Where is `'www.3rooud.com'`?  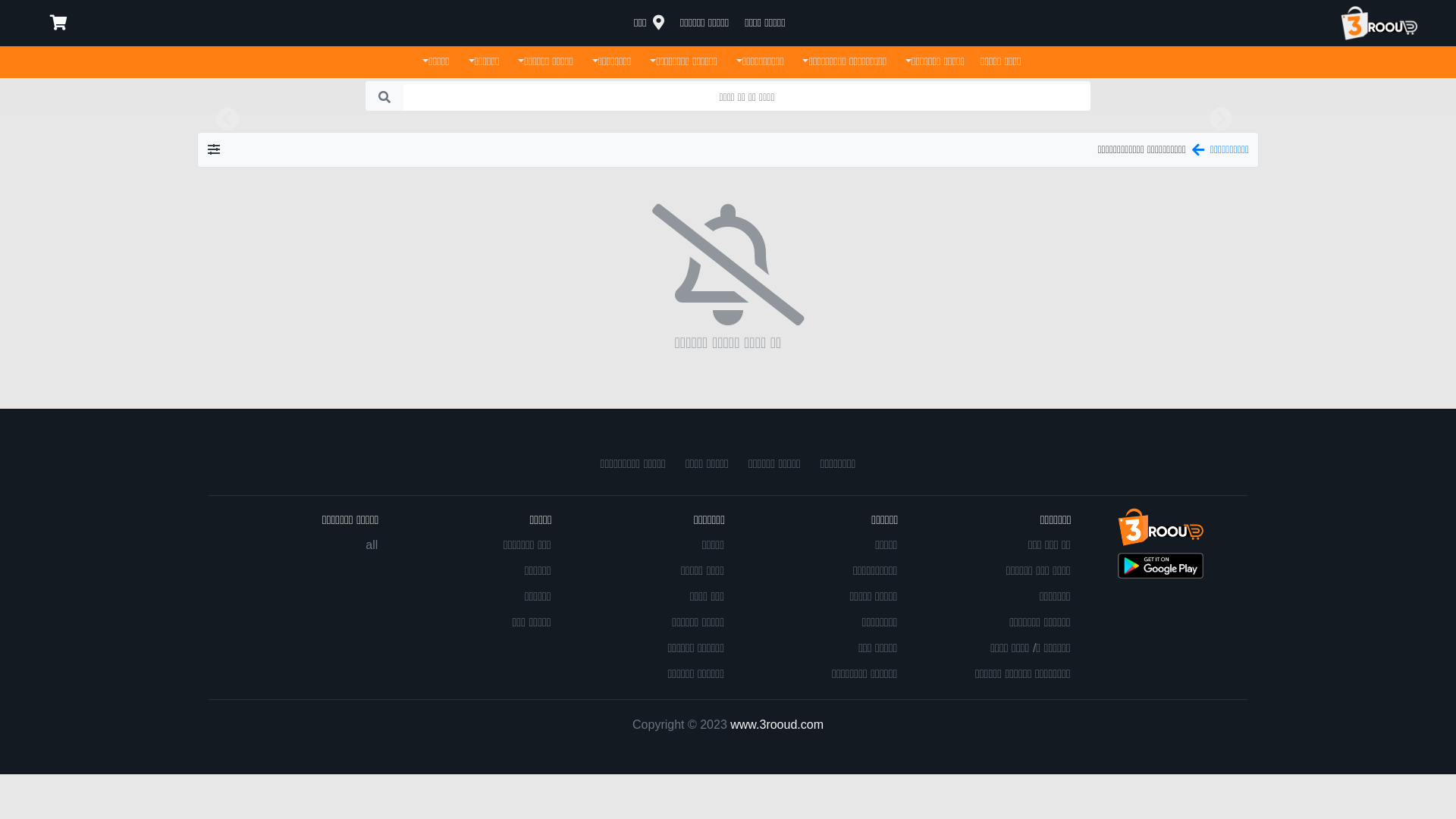
'www.3rooud.com' is located at coordinates (730, 723).